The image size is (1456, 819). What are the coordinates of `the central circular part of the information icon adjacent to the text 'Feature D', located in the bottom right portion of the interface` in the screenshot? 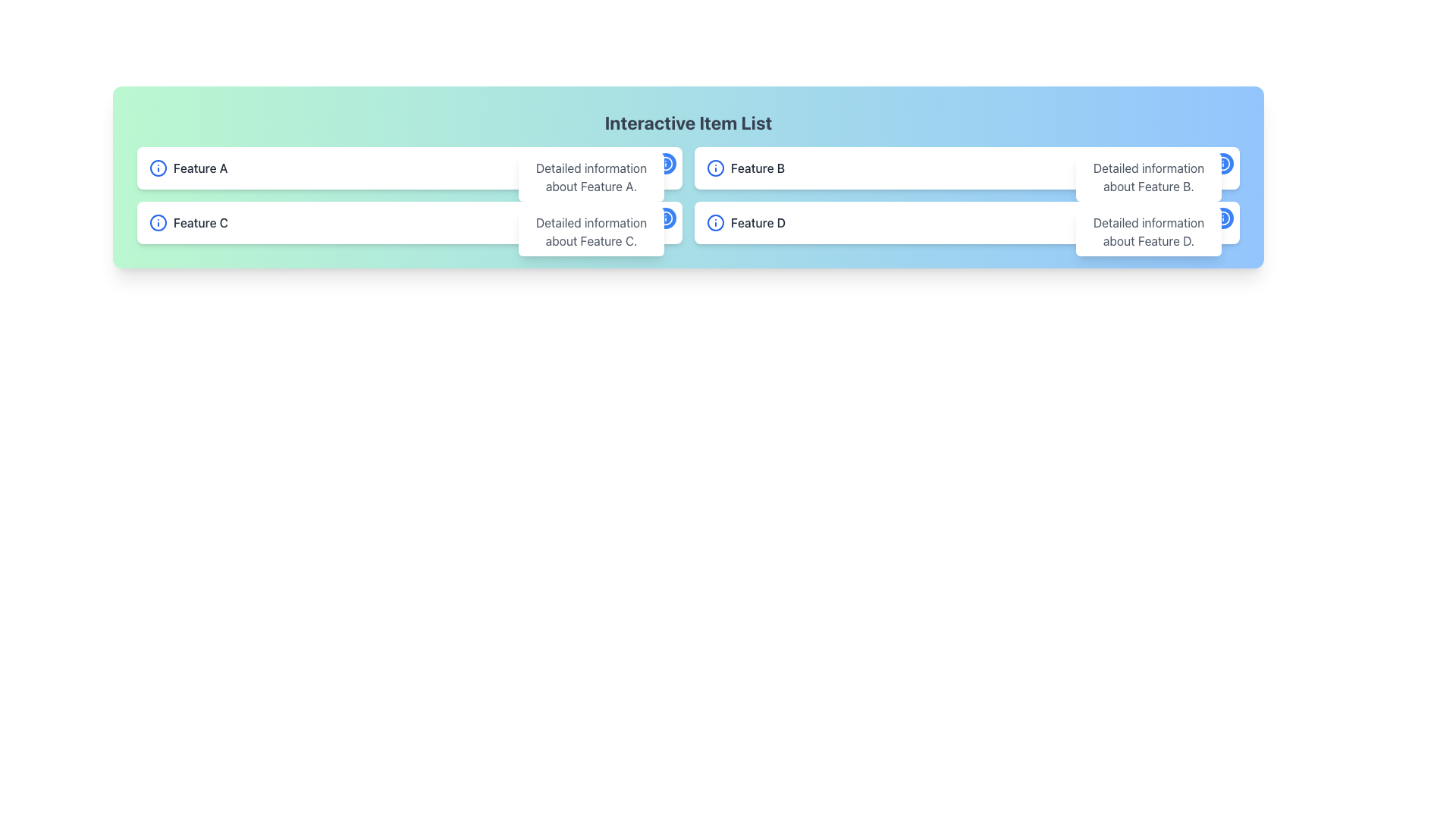 It's located at (715, 222).